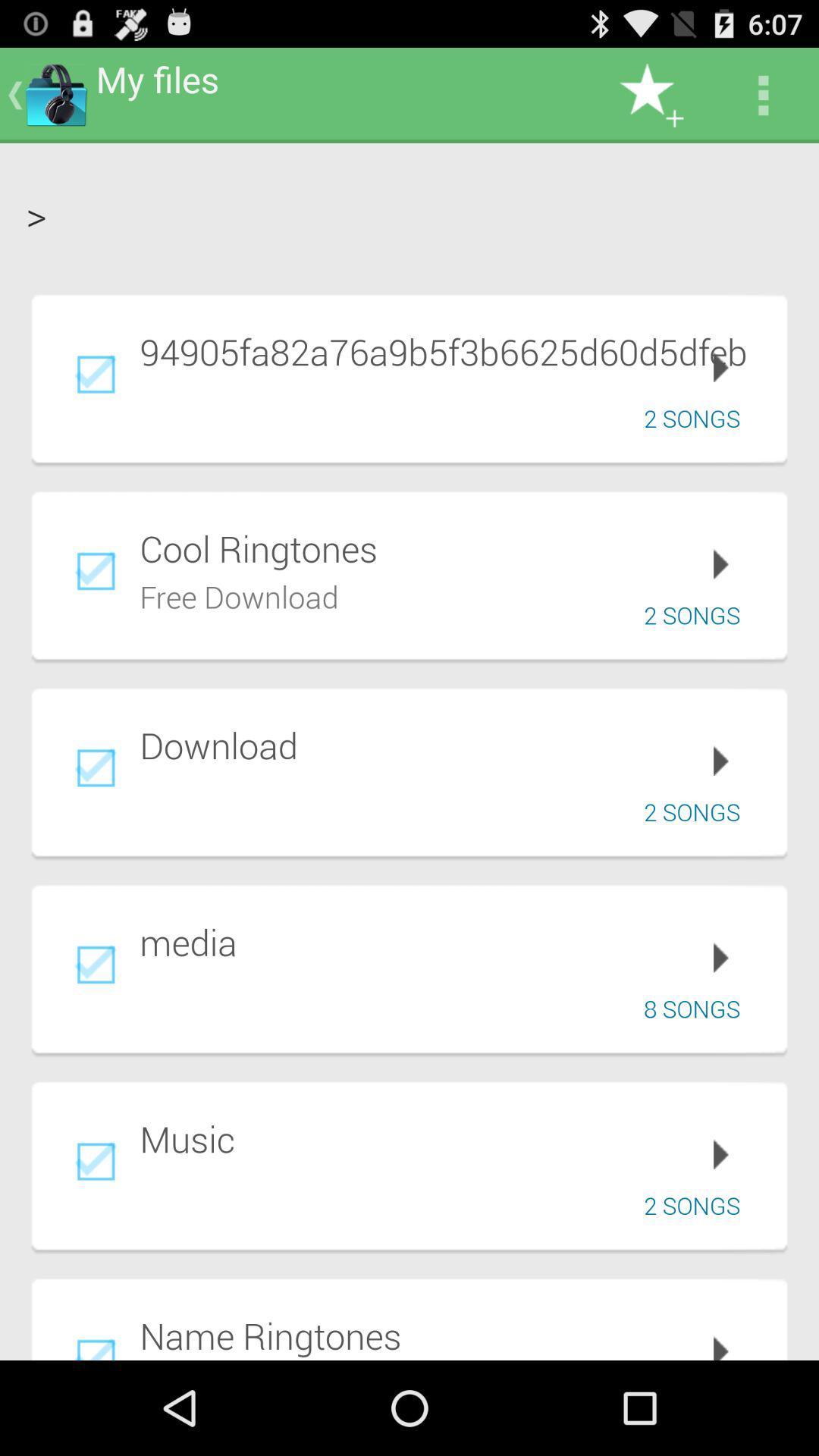  Describe the element at coordinates (452, 1335) in the screenshot. I see `name ringtones icon` at that location.